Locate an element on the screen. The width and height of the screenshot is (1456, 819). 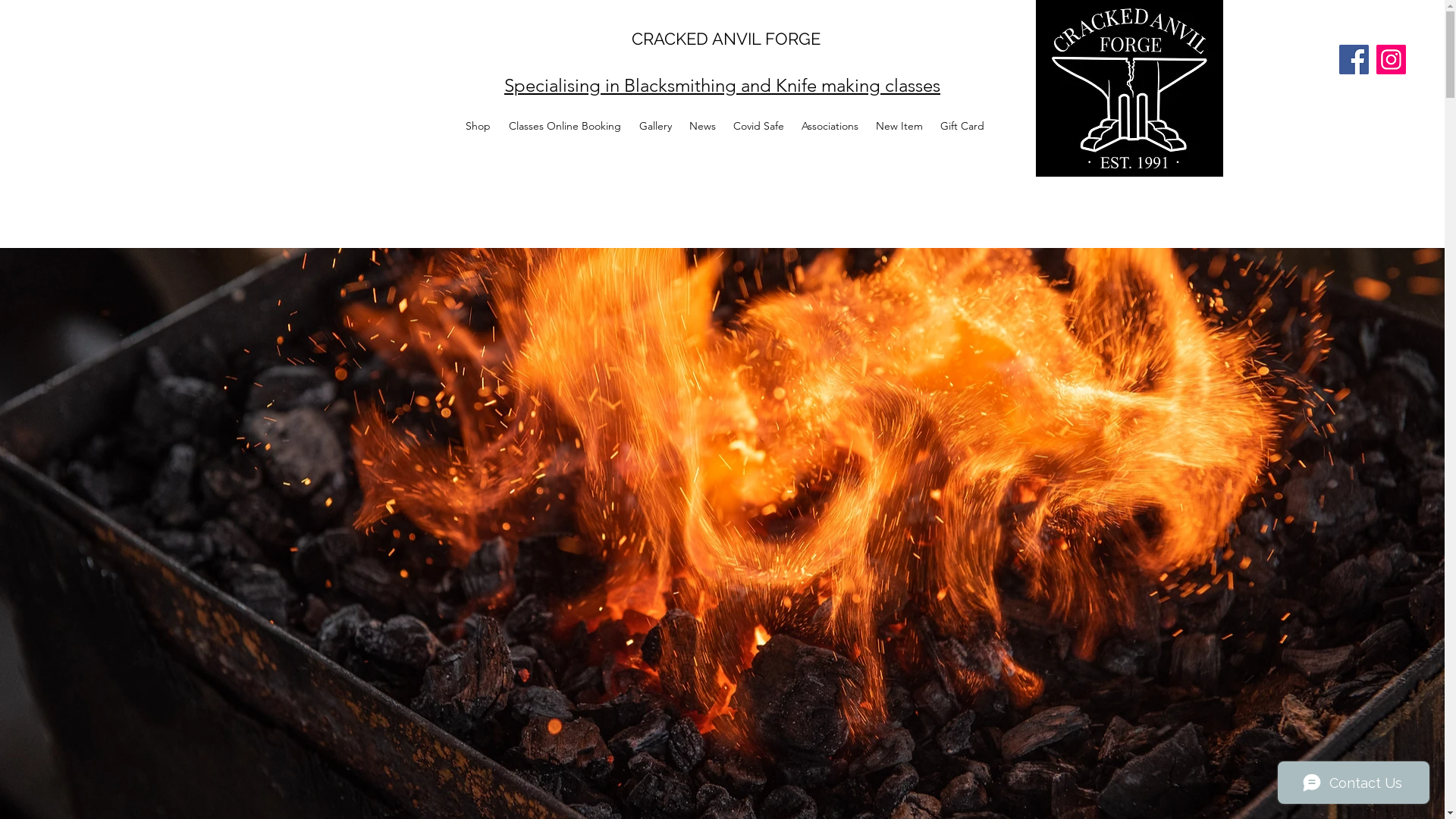
'Shop' is located at coordinates (477, 124).